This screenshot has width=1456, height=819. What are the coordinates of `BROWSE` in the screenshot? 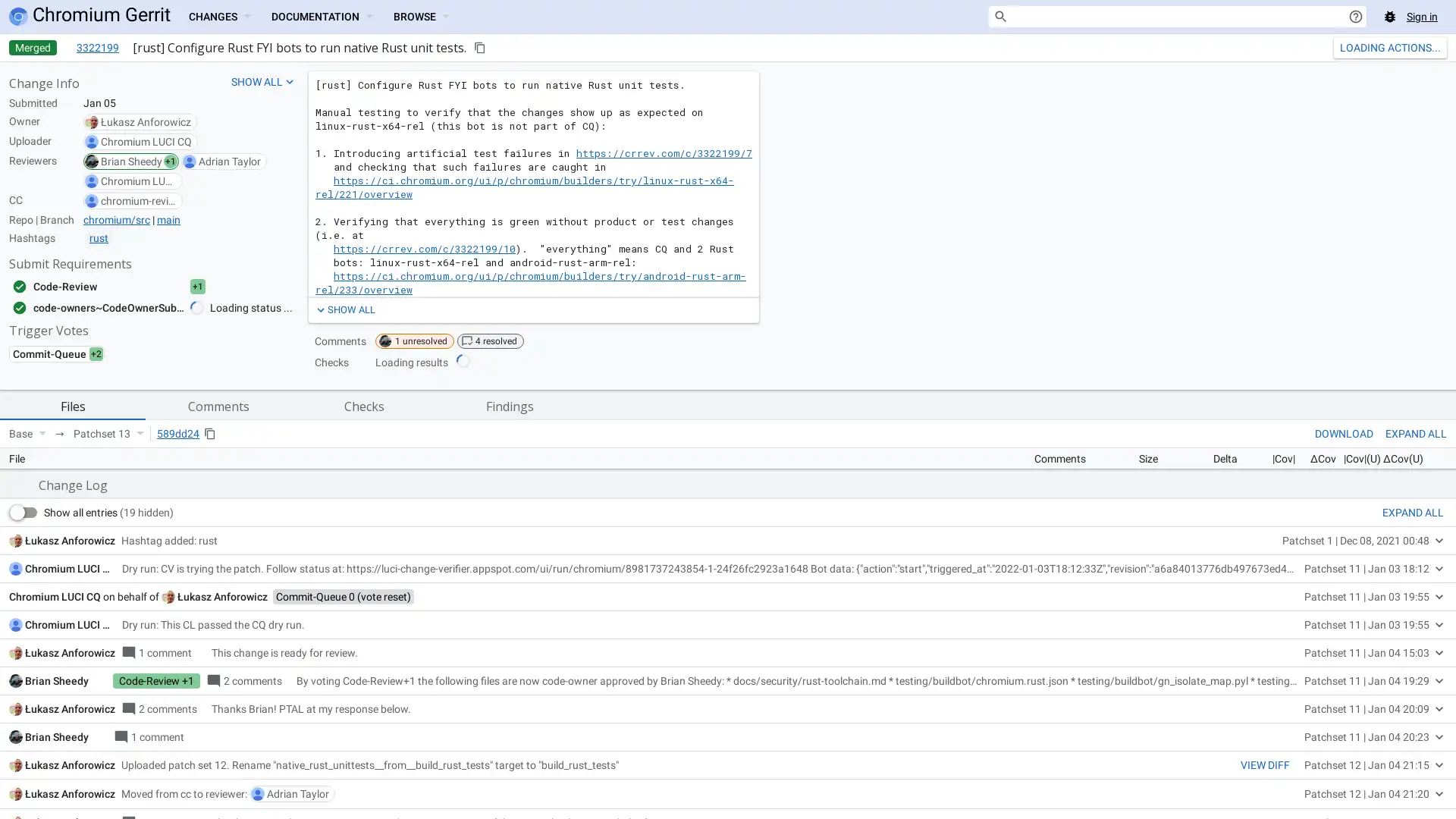 It's located at (421, 17).